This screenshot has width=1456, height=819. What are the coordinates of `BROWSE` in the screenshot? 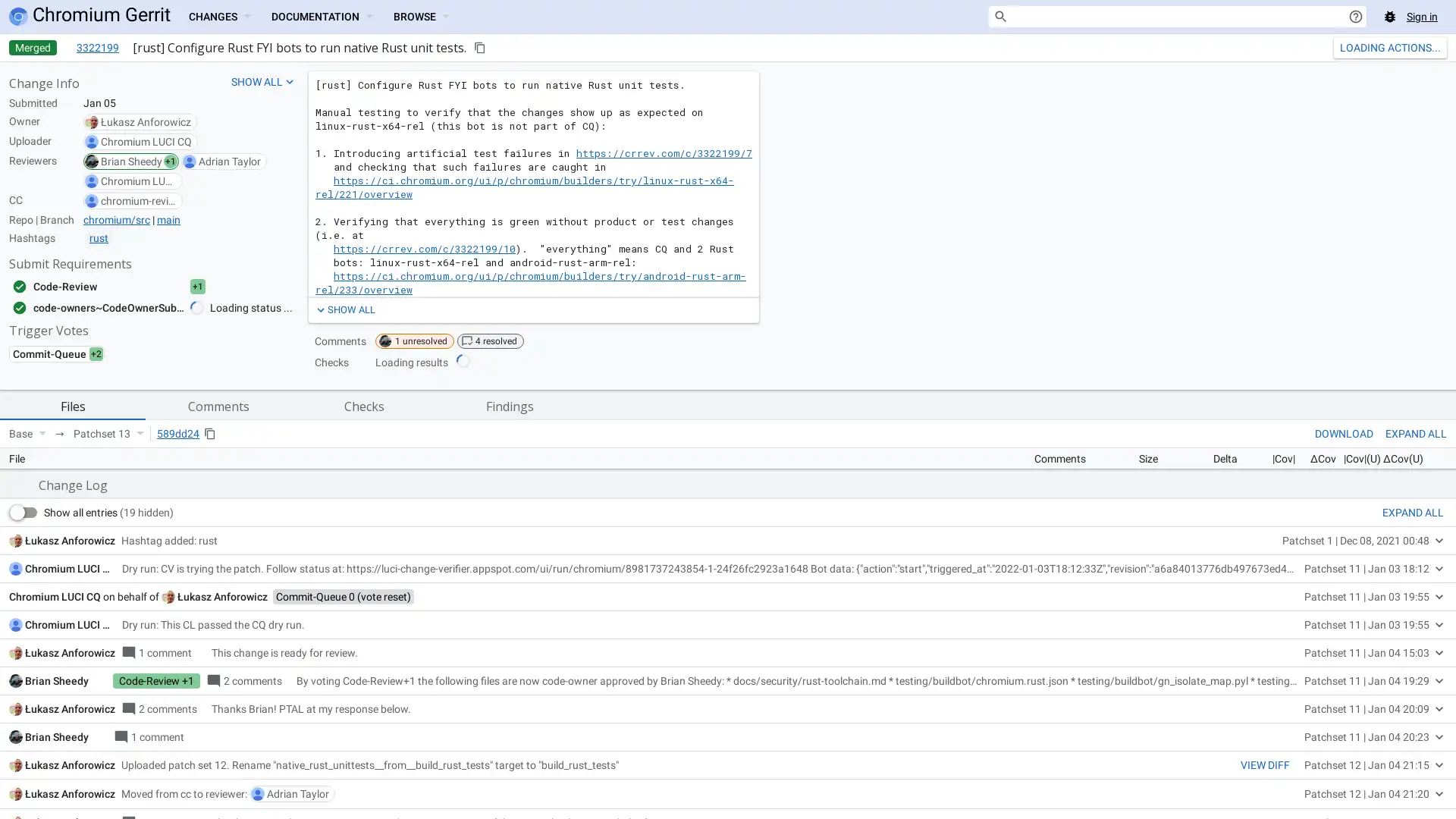 It's located at (421, 17).